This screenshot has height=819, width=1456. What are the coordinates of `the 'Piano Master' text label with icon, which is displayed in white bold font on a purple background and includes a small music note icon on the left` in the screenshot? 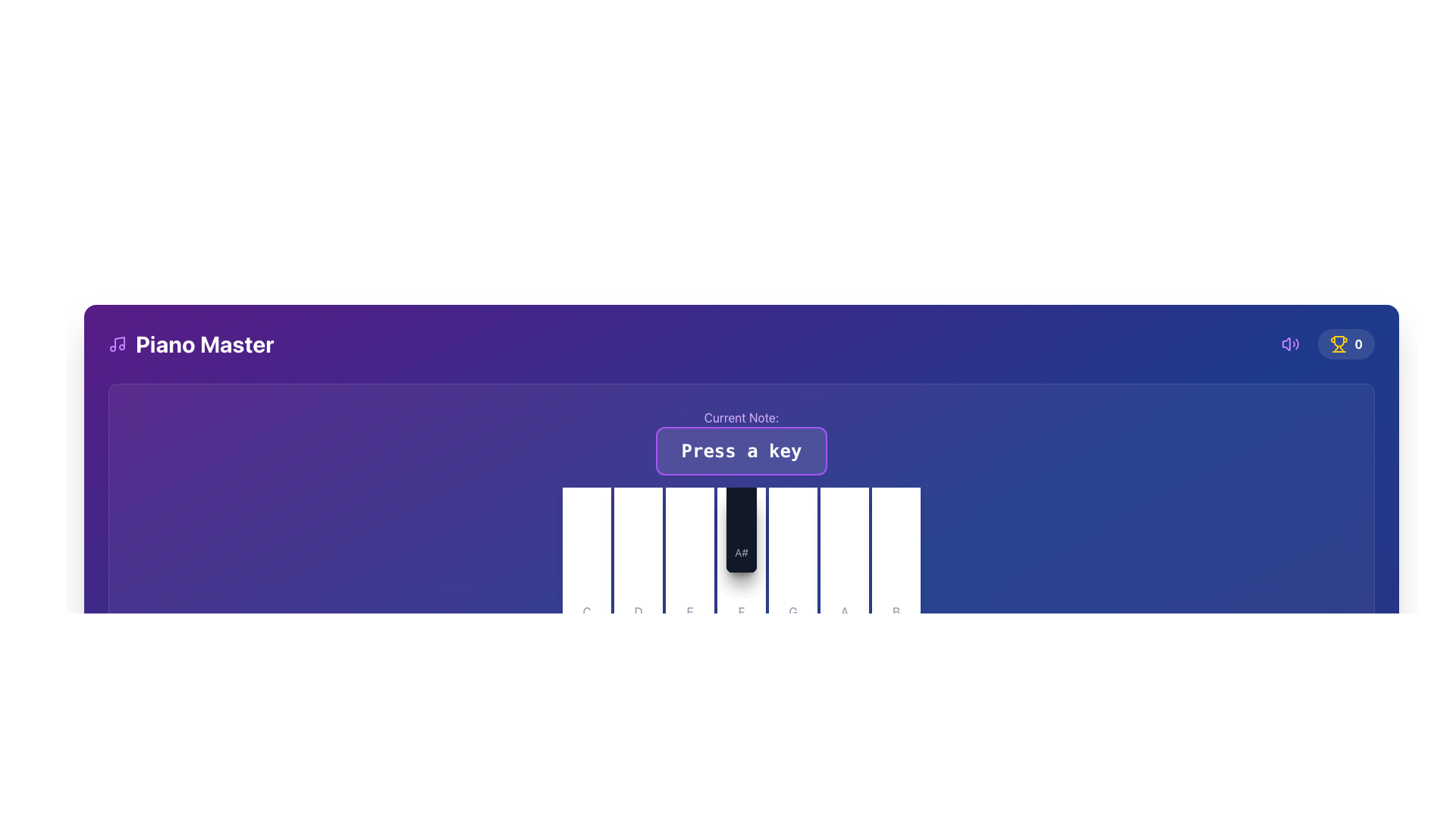 It's located at (190, 344).